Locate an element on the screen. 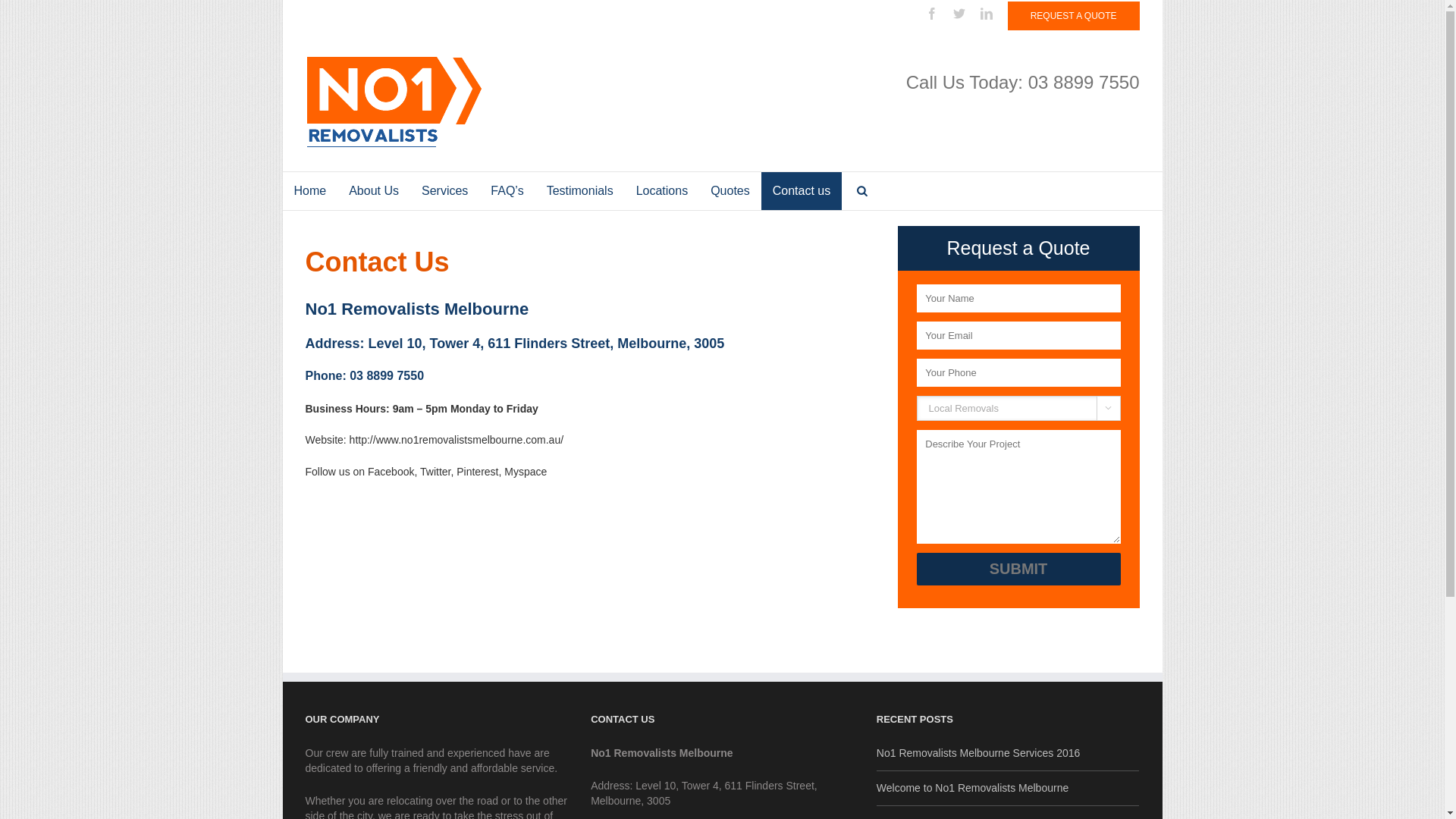  'http://www.no1removalistsmelbourne.com.au/' is located at coordinates (455, 439).